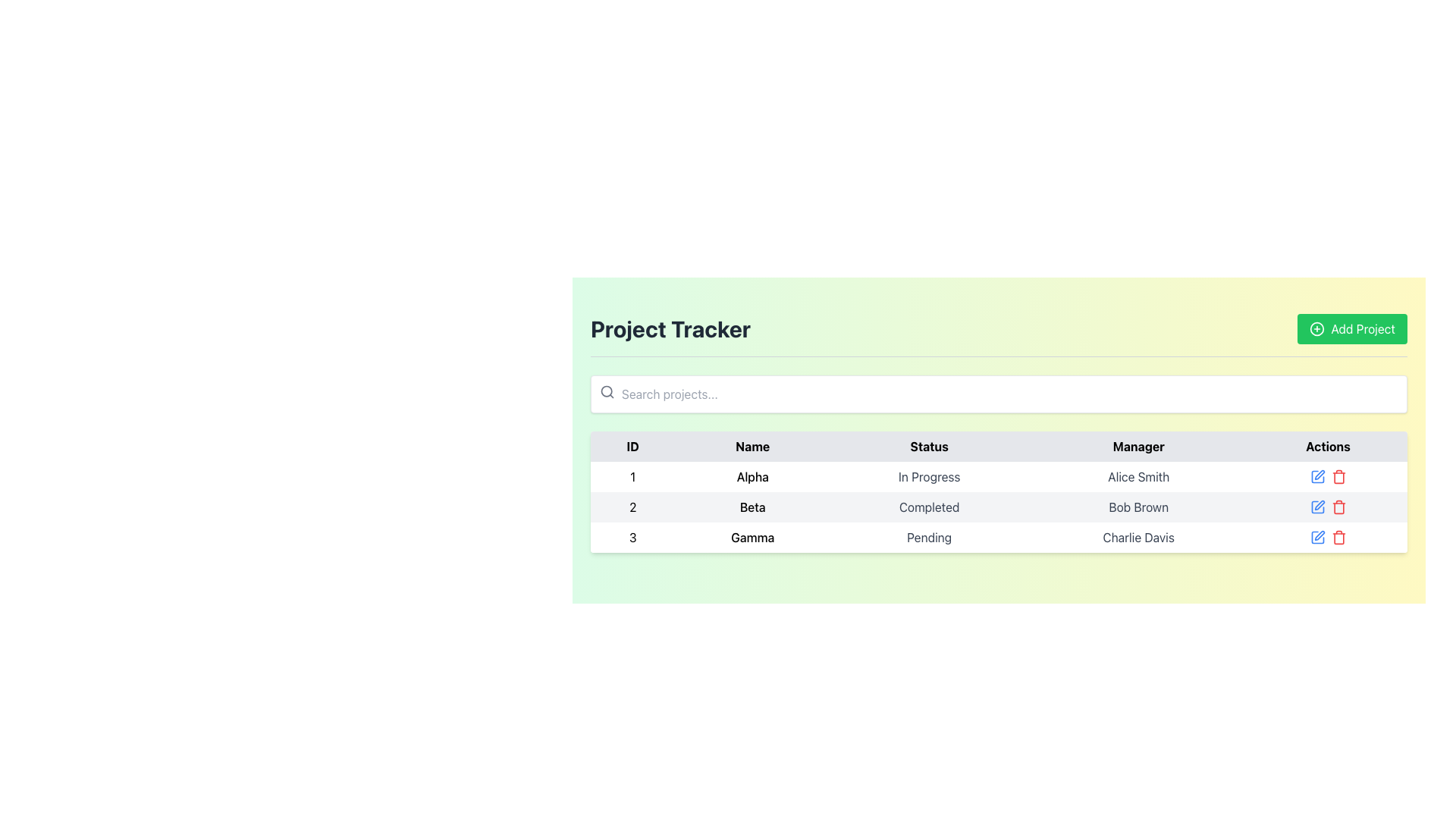 The height and width of the screenshot is (819, 1456). Describe the element at coordinates (752, 507) in the screenshot. I see `the text label 'Beta' located in the second row under the 'Name' column of the table, bordered by '2' in the 'ID' column and 'Completed' in the 'Status' column` at that location.